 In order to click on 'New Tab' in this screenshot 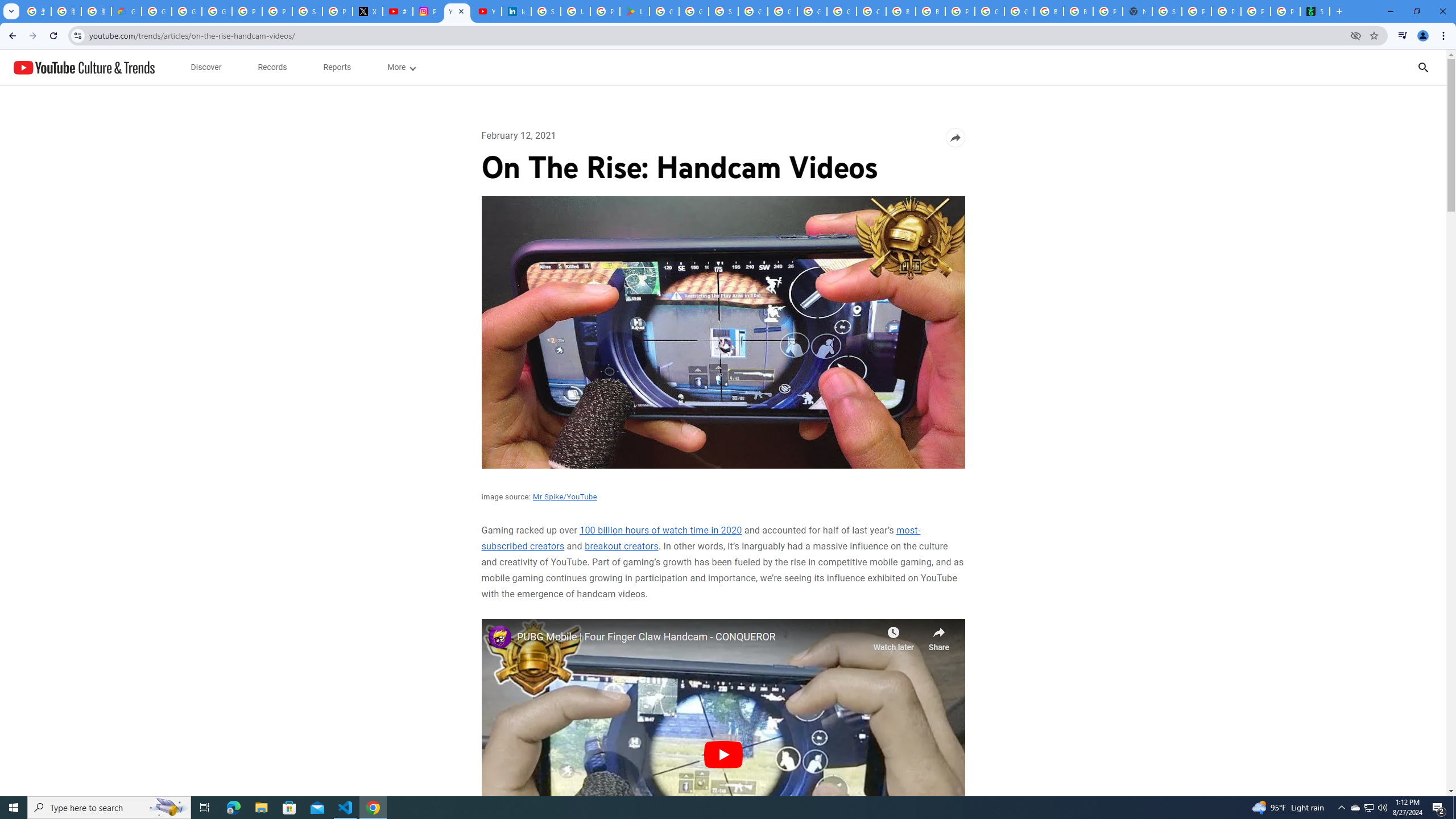, I will do `click(1137, 11)`.